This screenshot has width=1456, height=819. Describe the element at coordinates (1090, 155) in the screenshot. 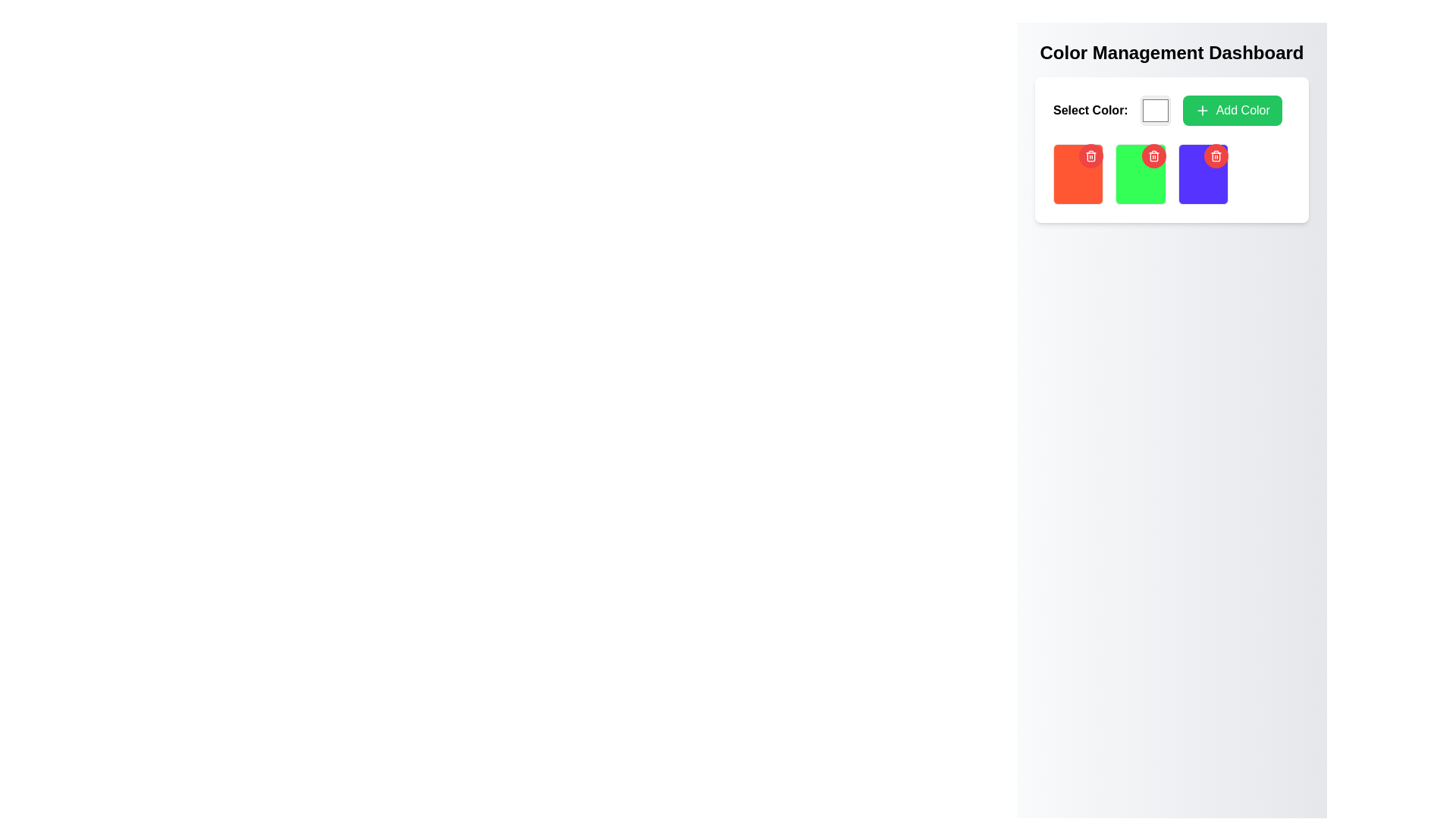

I see `the circular red button with a white trash icon located in the top-right corner of the first red rectangular card under the 'Select Color' section` at that location.